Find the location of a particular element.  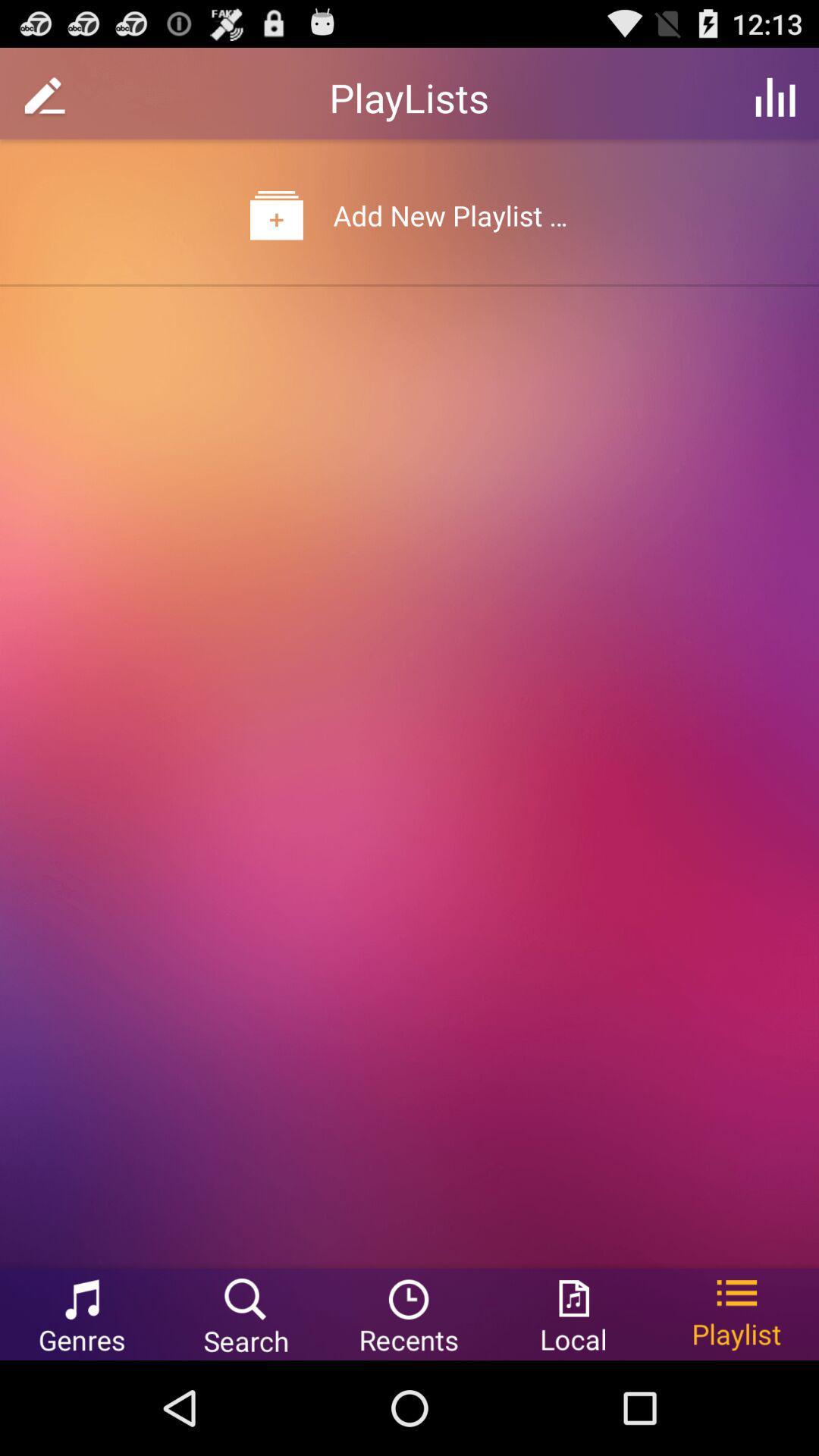

item next to playlists is located at coordinates (775, 96).